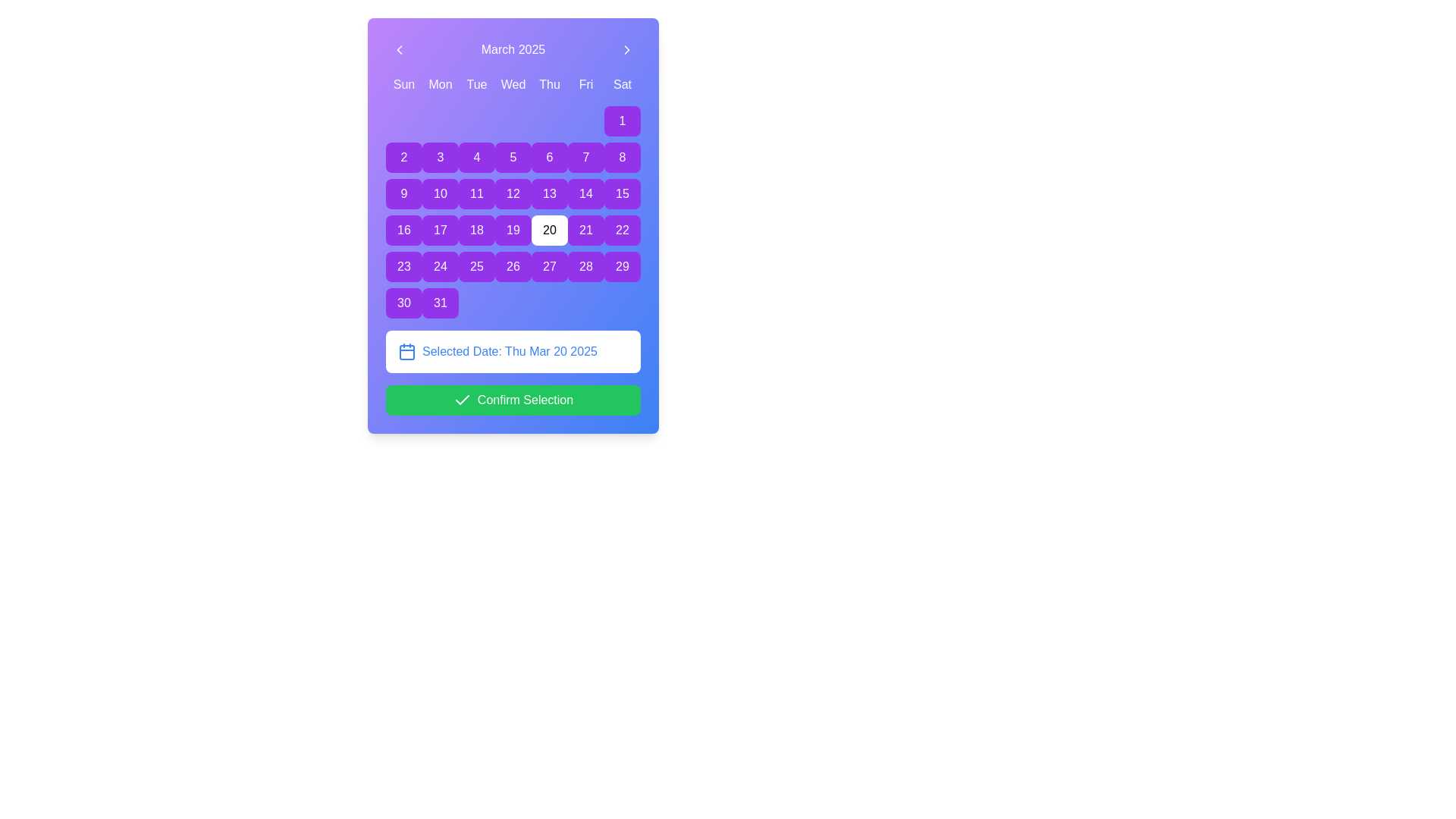  I want to click on the button for the date '3' in the calendar interface, so click(439, 158).